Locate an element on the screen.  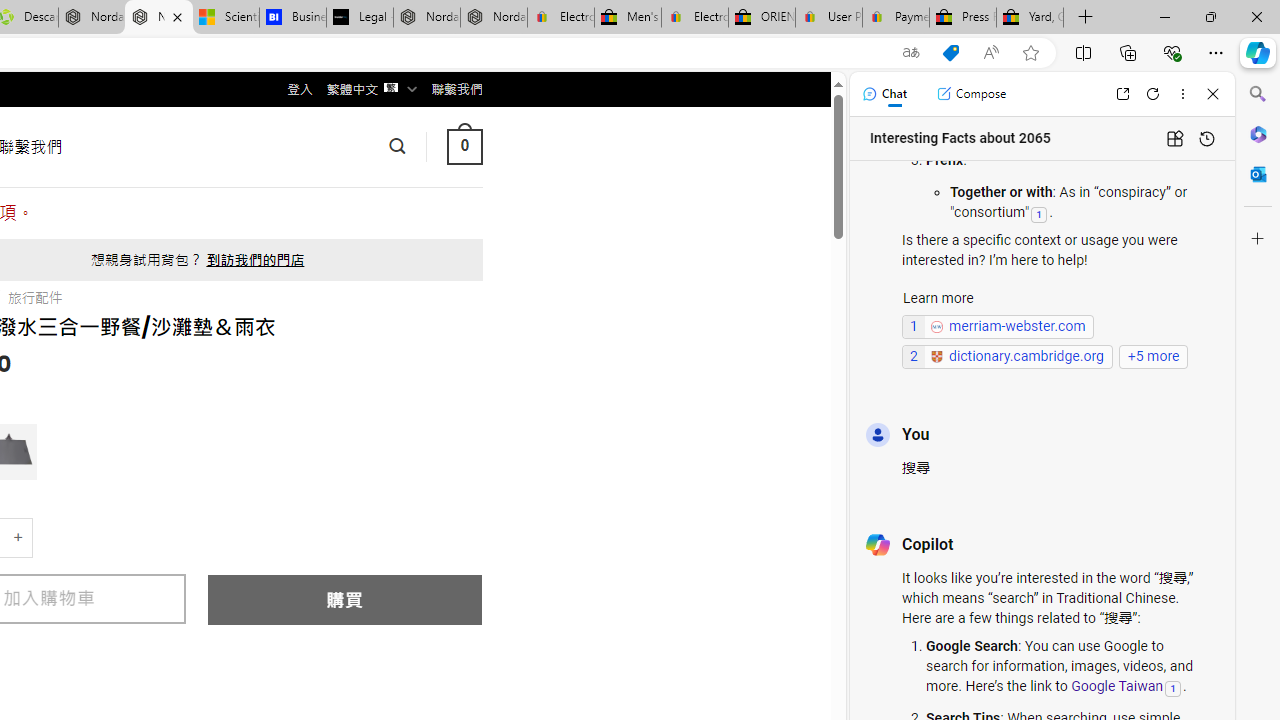
'Payments Terms of Use | eBay.com' is located at coordinates (895, 17).